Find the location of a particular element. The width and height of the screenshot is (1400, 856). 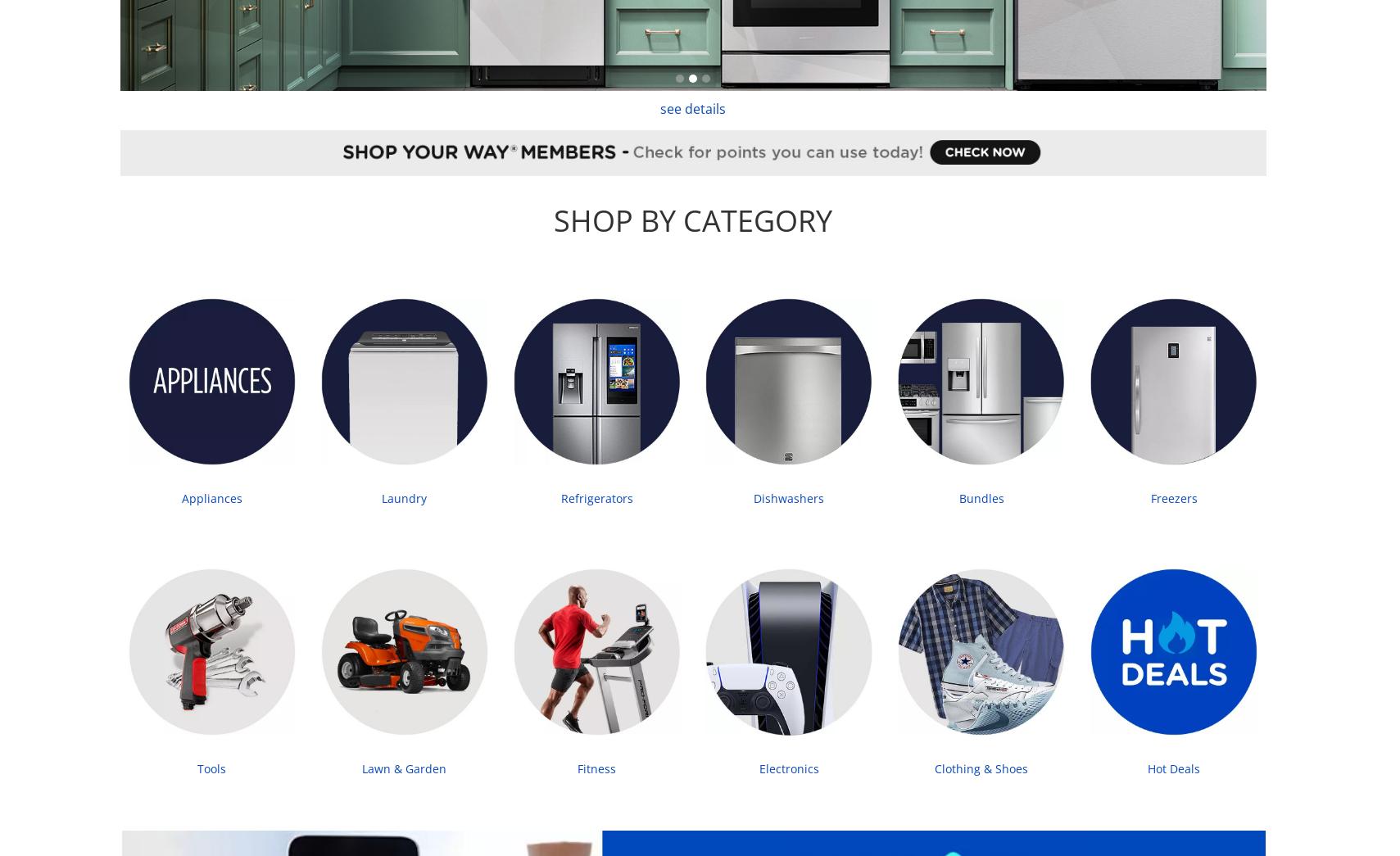

'Shipping & Delivery' is located at coordinates (156, 323).